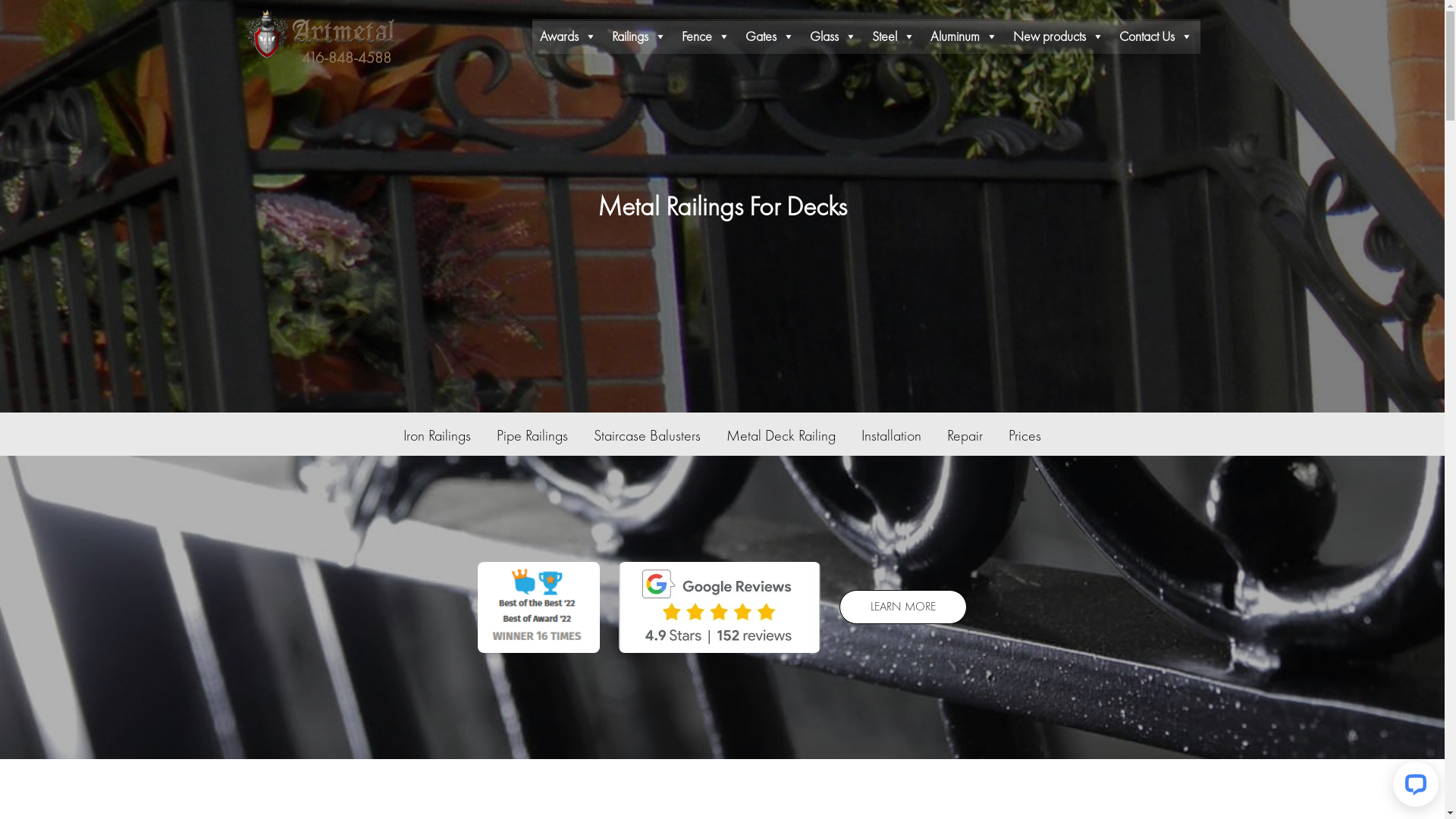  Describe the element at coordinates (532, 435) in the screenshot. I see `'Pipe Railings'` at that location.